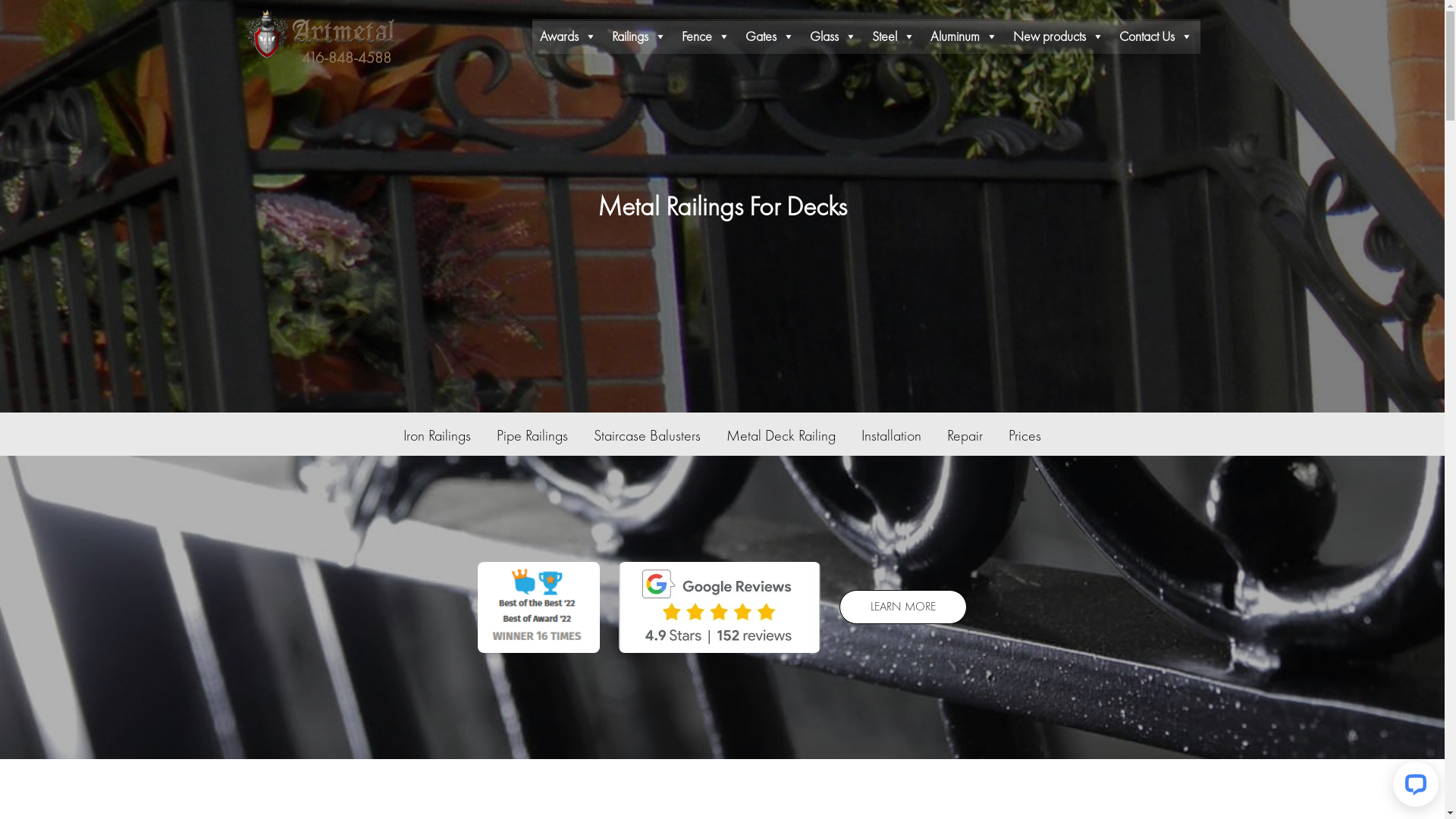  Describe the element at coordinates (532, 435) in the screenshot. I see `'Pipe Railings'` at that location.